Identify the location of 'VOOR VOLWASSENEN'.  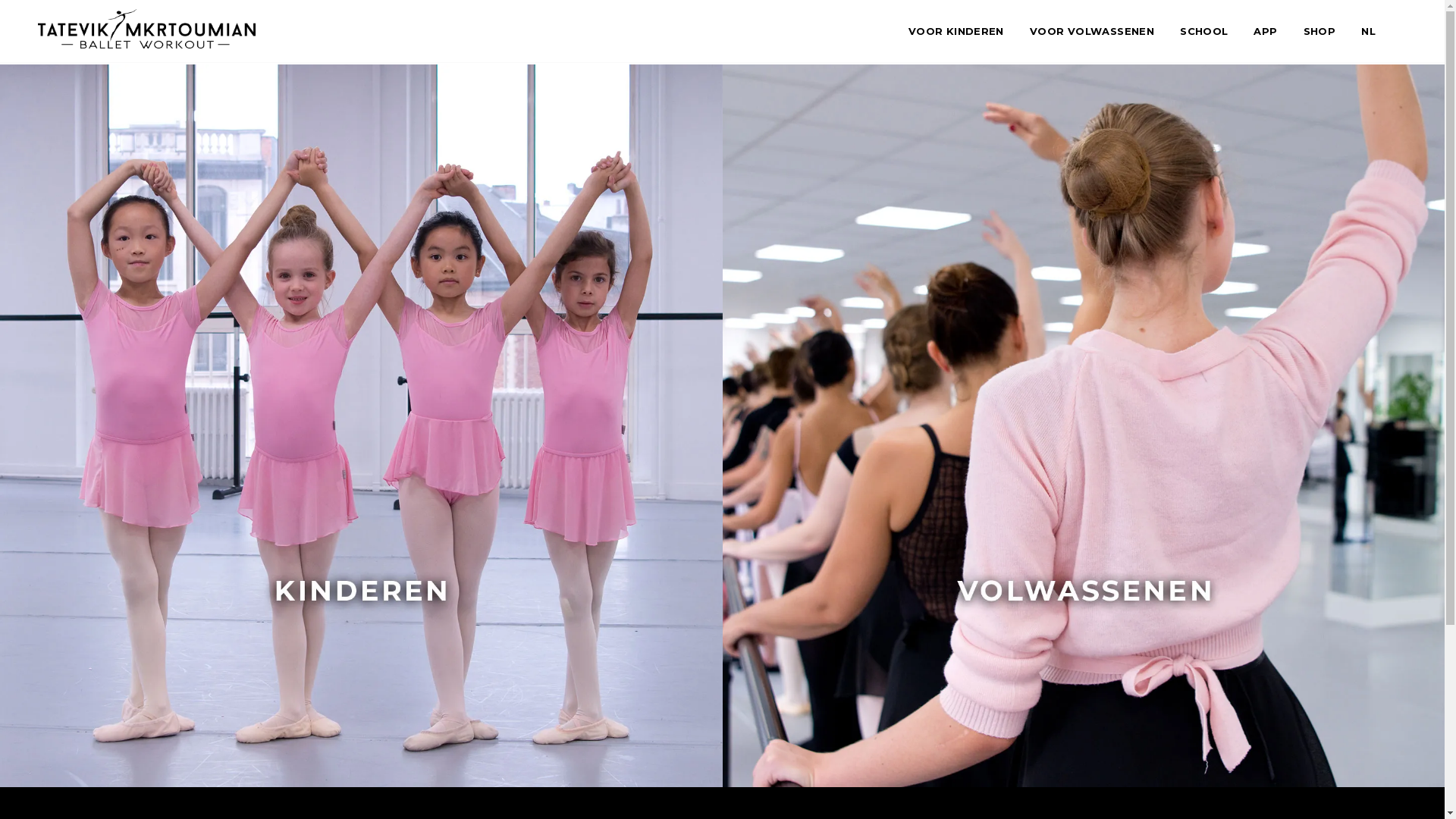
(1092, 31).